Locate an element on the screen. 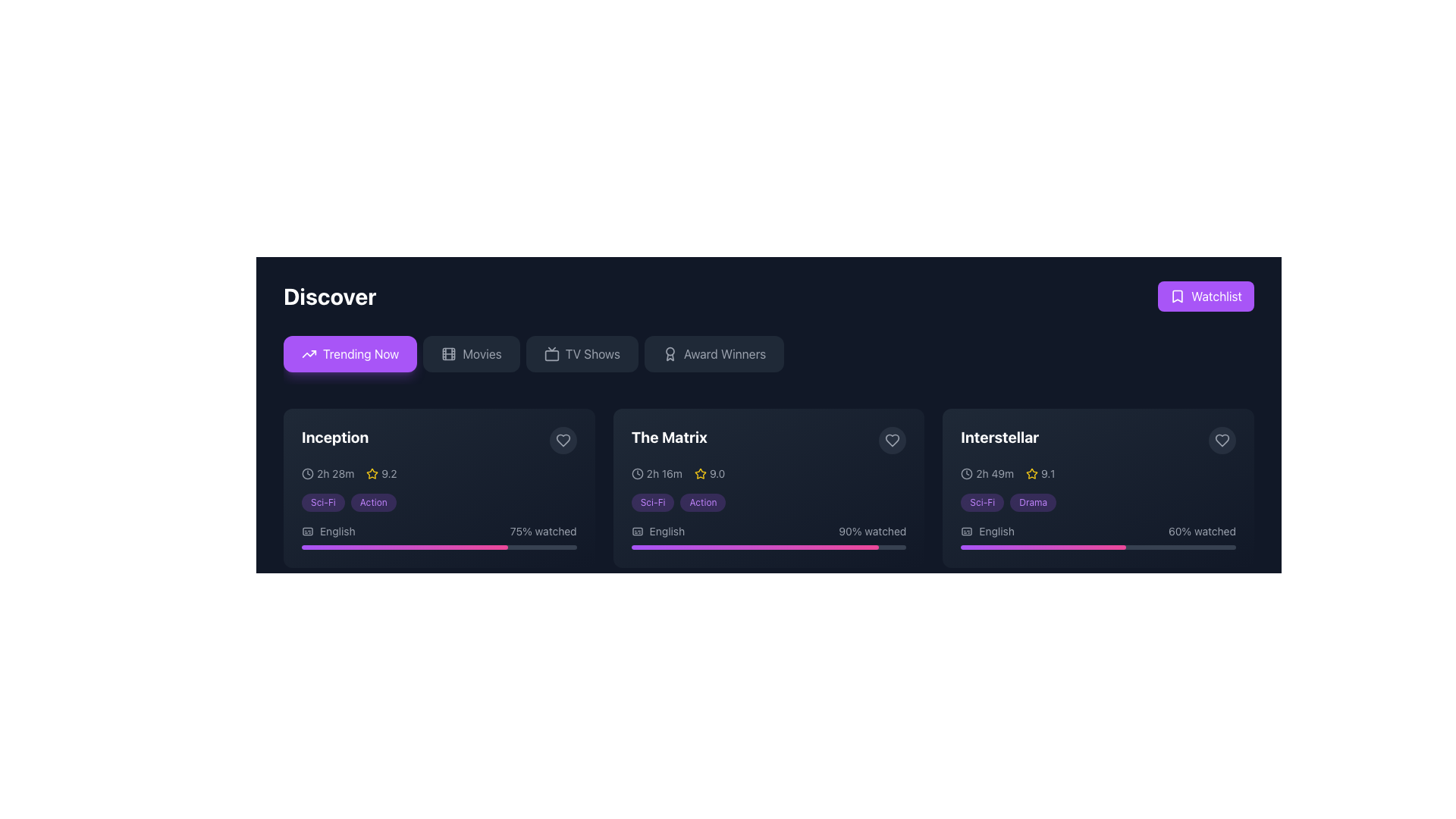  the yellow star-shaped icon representing the rating for 'The Matrix', located next to the numeric score '9.0' is located at coordinates (699, 472).